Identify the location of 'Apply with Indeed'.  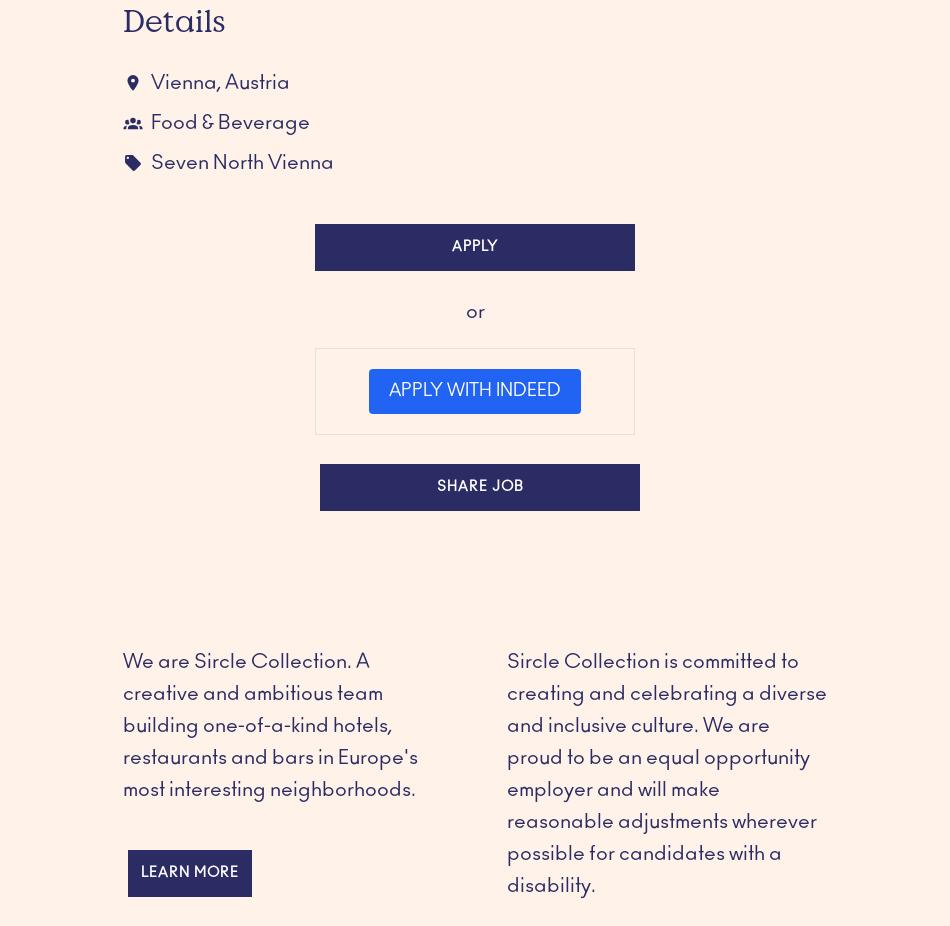
(475, 390).